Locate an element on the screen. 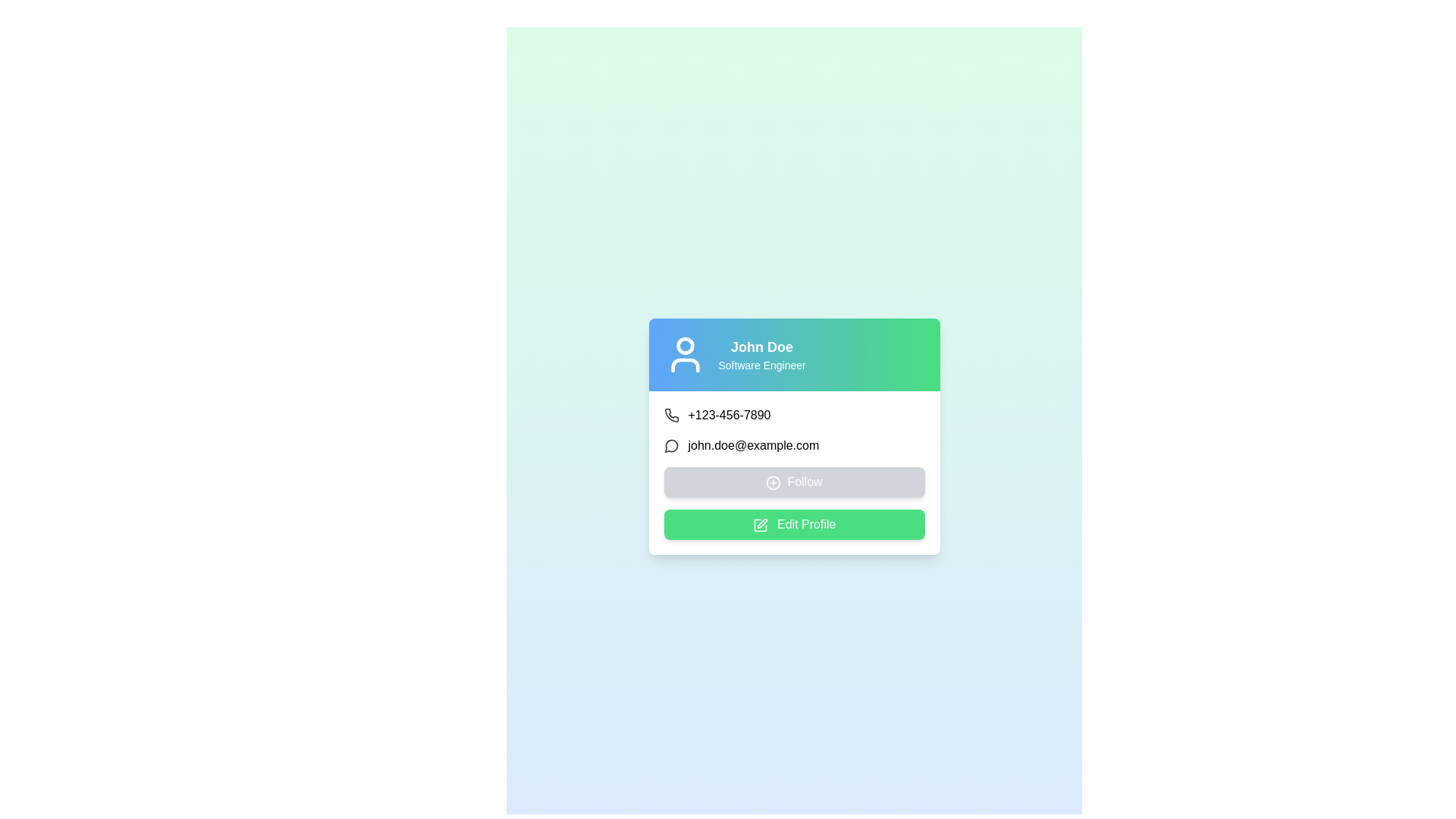 The image size is (1456, 819). the messaging icon located to the left of the email address 'john.doe@example.com', which serves as a visual indicator for communication features is located at coordinates (670, 444).